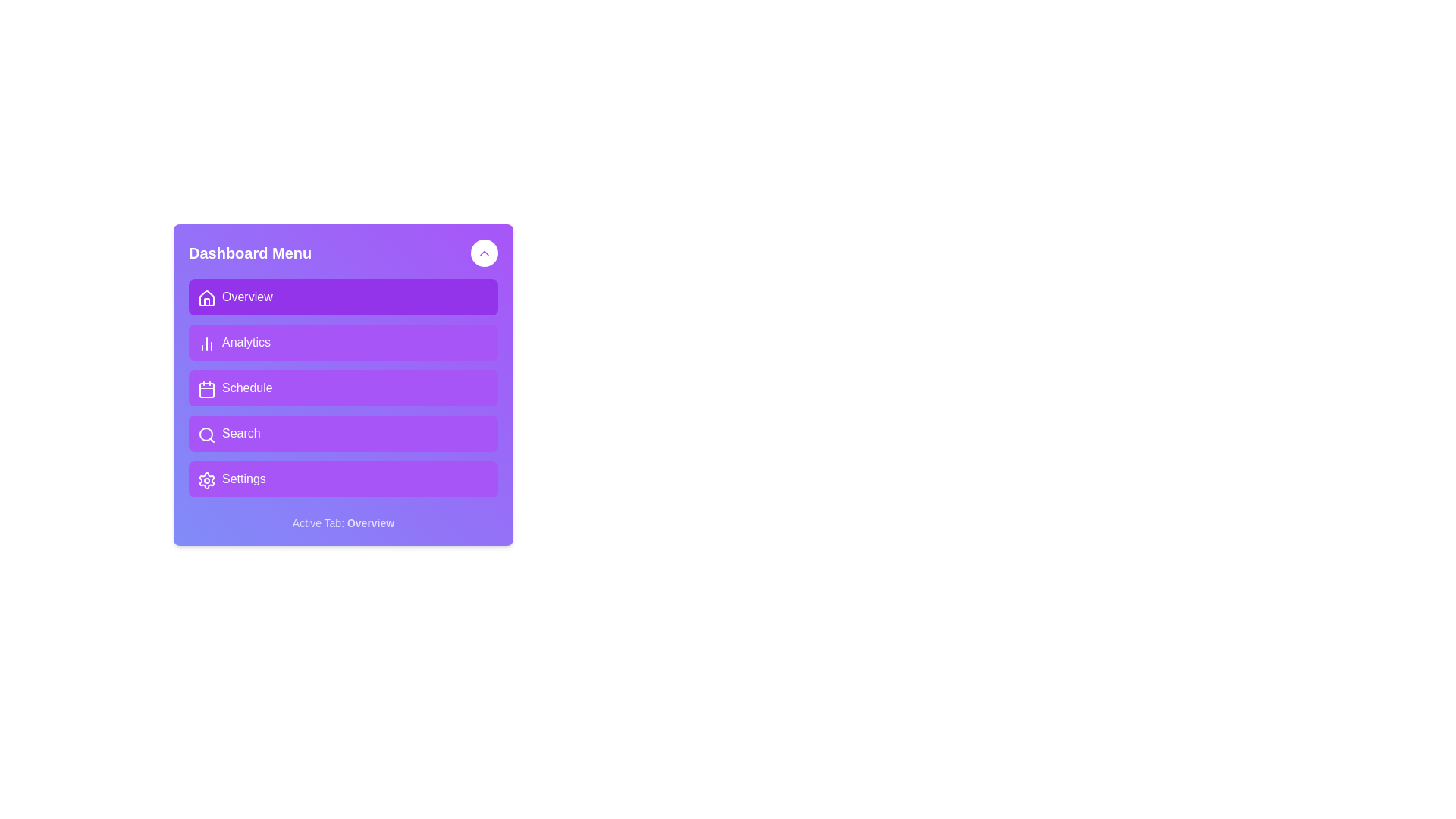  What do you see at coordinates (206, 435) in the screenshot?
I see `the search icon represented by a circular magnifying glass in the vertical navigation menu to initiate a search` at bounding box center [206, 435].